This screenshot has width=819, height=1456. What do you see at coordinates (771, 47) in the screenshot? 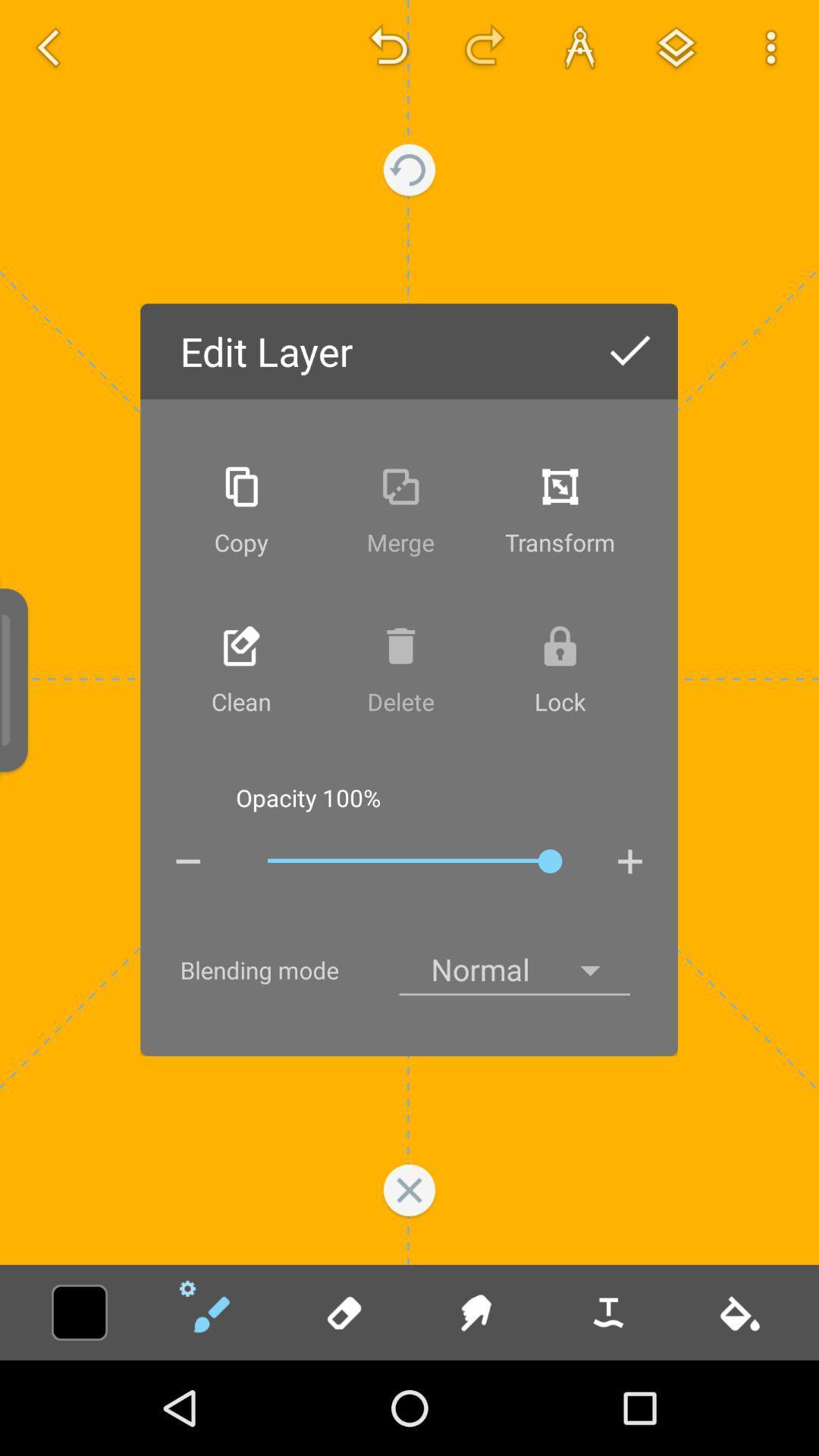
I see `the more icon` at bounding box center [771, 47].